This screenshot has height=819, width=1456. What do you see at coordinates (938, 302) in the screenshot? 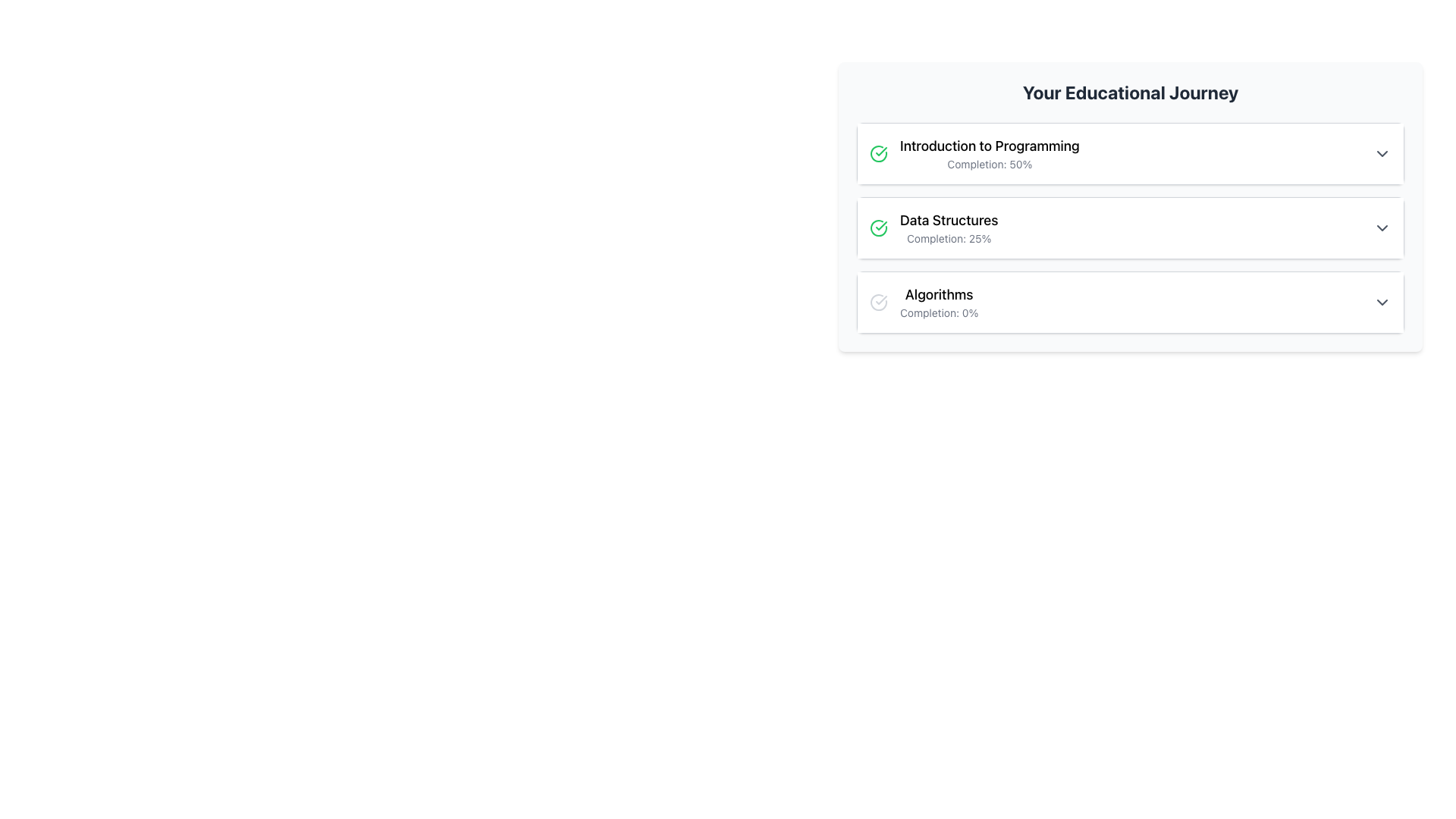
I see `the 'Algorithms' label with progress indication, which displays '0%' completion and is the third item in the vertical list labeled 'Your Educational Journey'` at bounding box center [938, 302].